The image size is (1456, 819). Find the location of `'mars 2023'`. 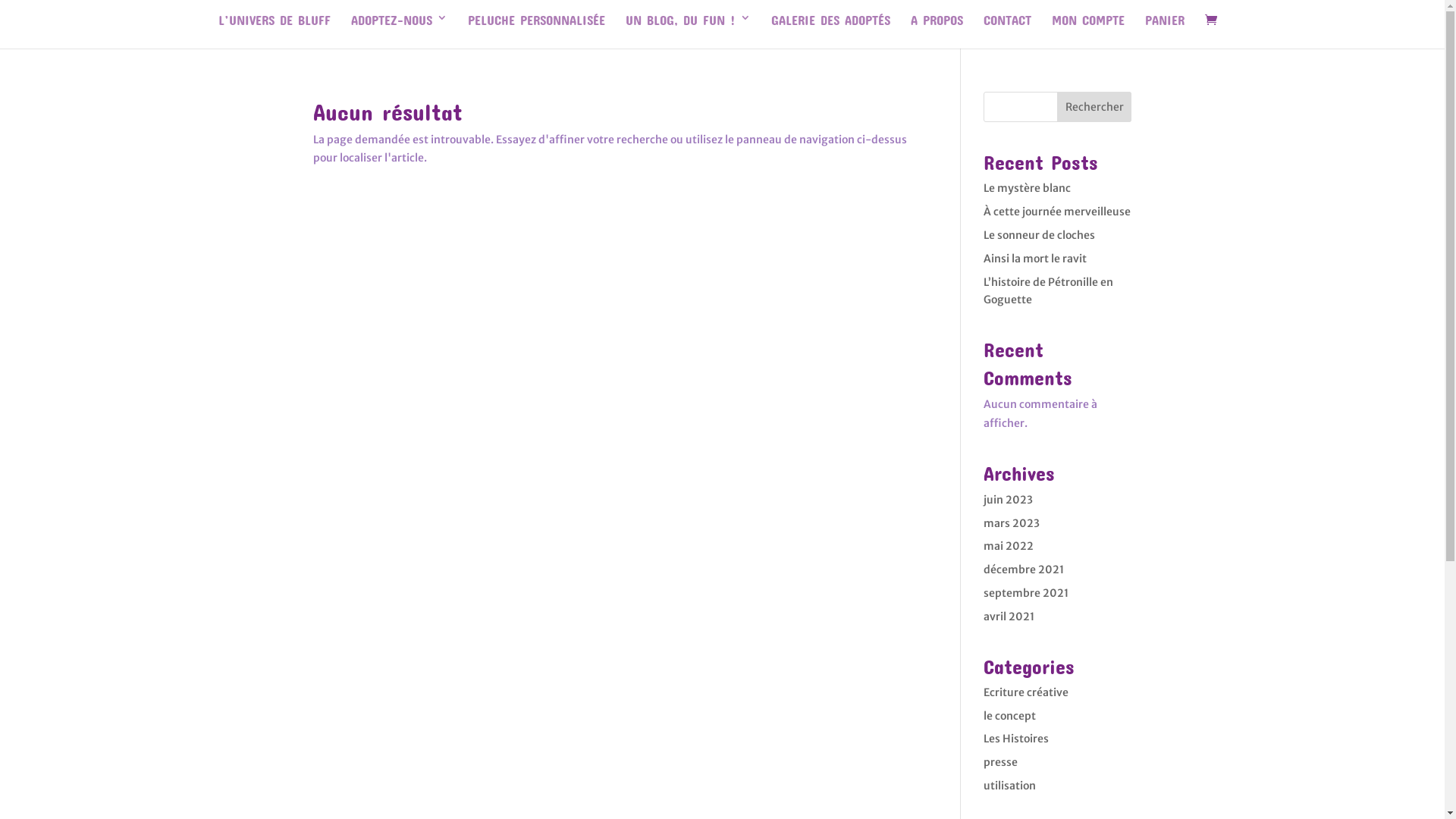

'mars 2023' is located at coordinates (1012, 522).